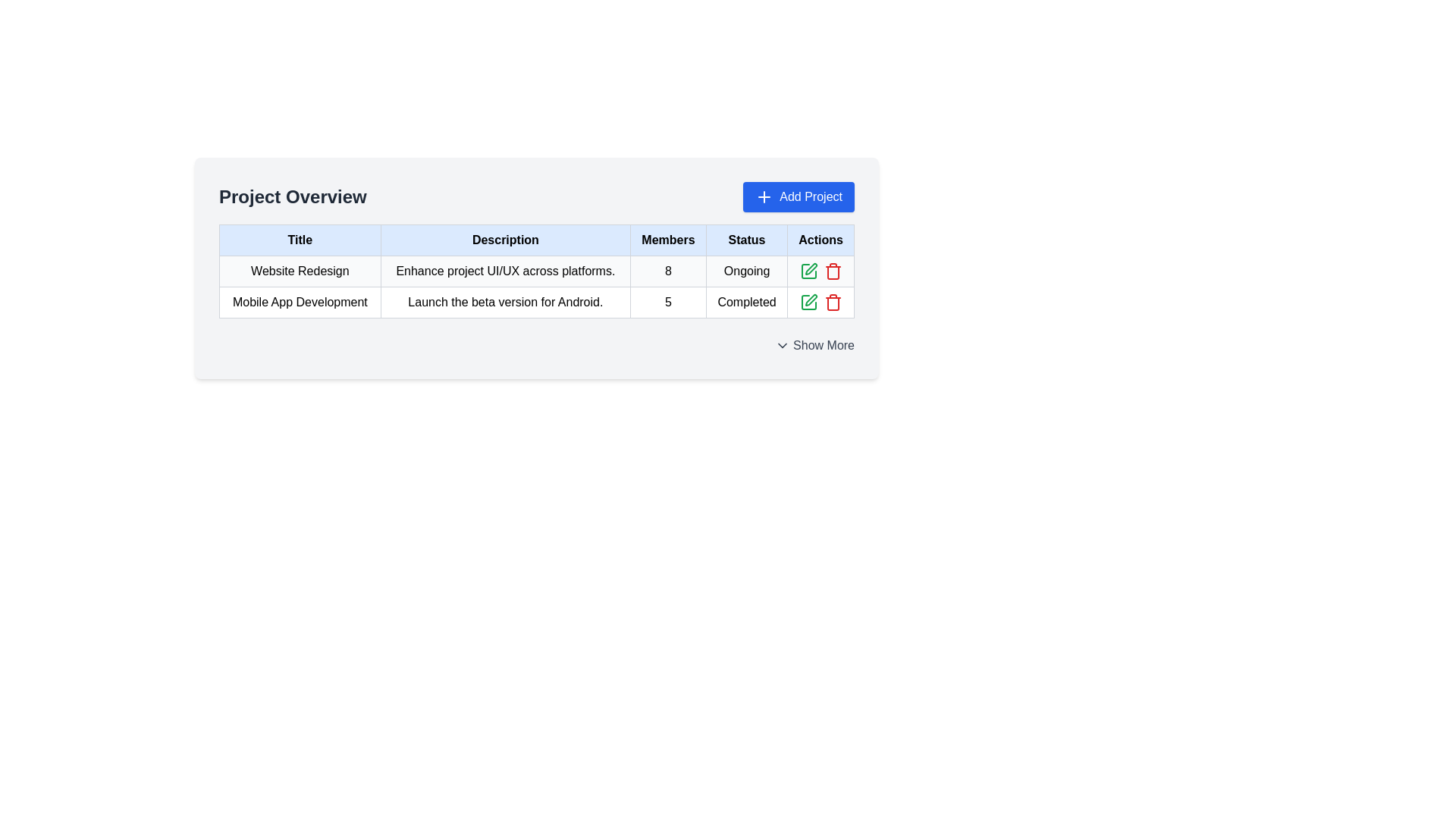 The width and height of the screenshot is (1456, 819). What do you see at coordinates (798, 196) in the screenshot?
I see `the add new project button located on the right side of the 'Project Overview' title, which opens a form or dialog for inputting new project details` at bounding box center [798, 196].